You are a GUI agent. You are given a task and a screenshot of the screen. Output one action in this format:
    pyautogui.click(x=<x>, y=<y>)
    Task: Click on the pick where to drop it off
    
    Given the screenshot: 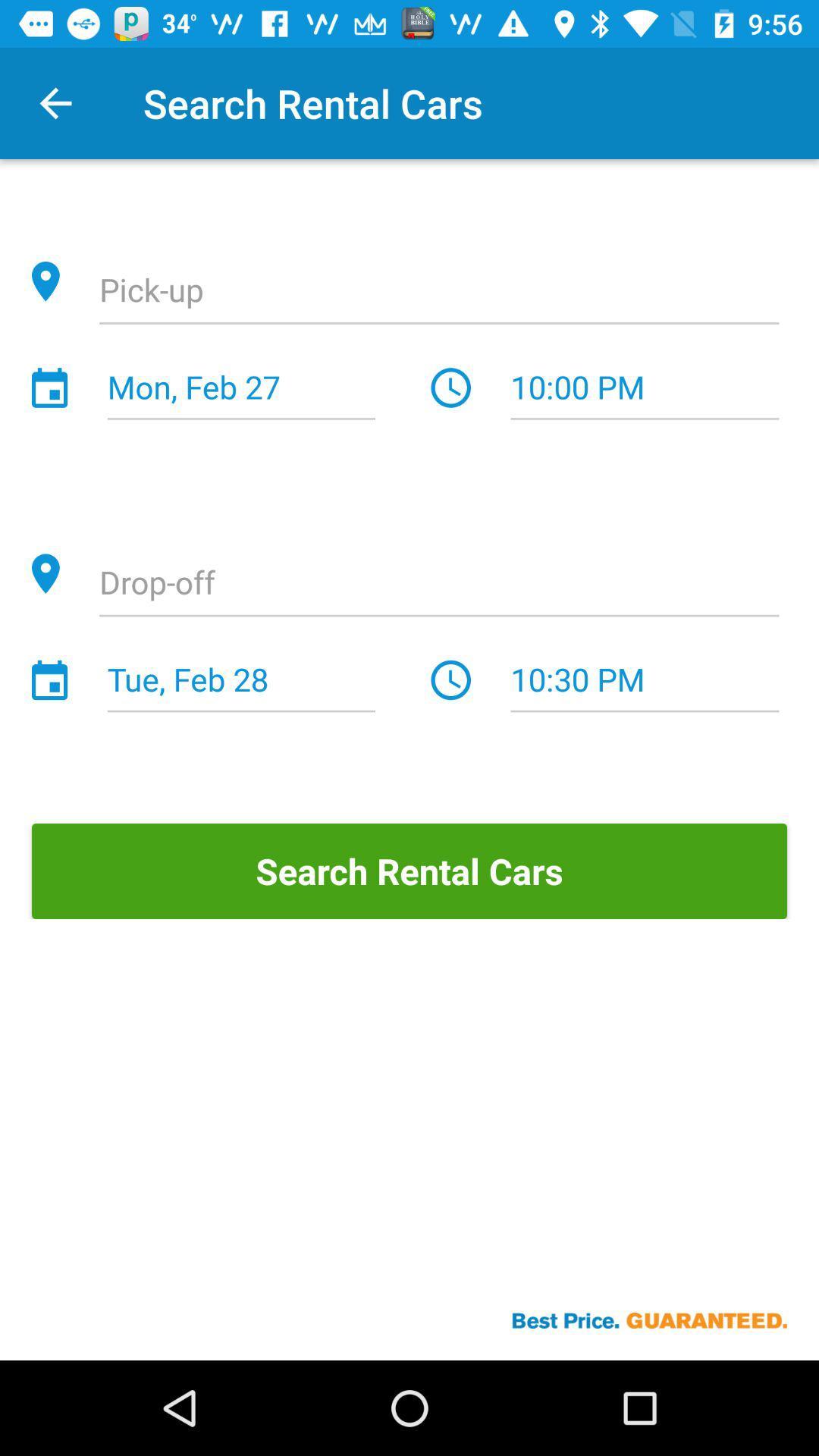 What is the action you would take?
    pyautogui.click(x=439, y=584)
    